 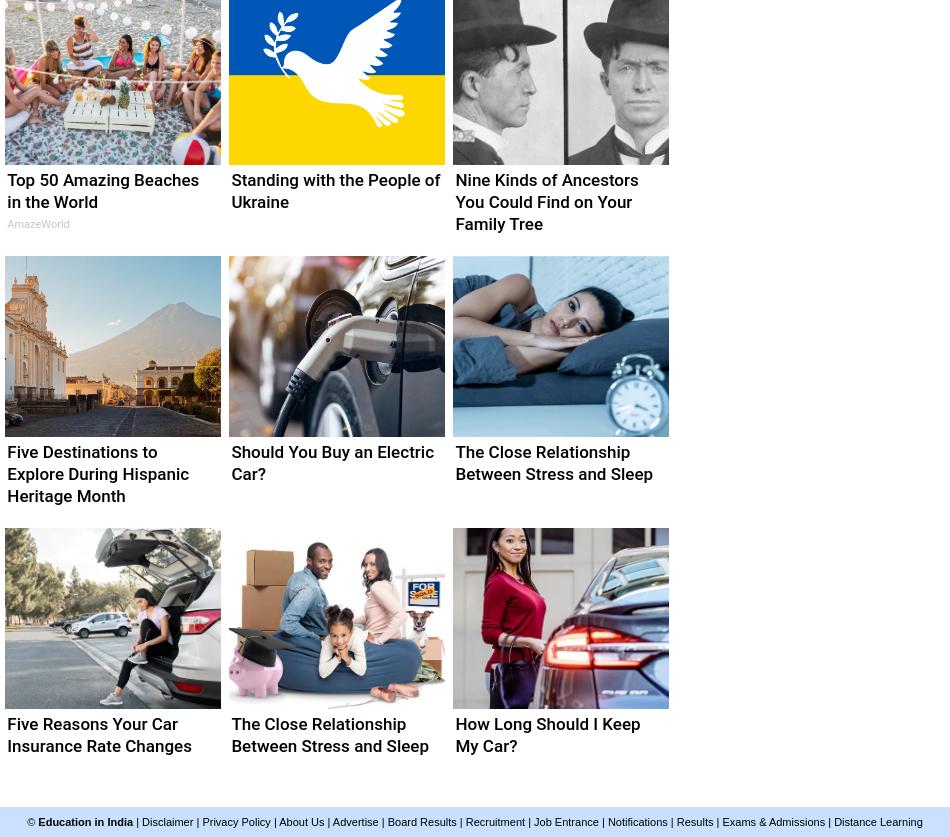 What do you see at coordinates (566, 821) in the screenshot?
I see `'Job Entrance'` at bounding box center [566, 821].